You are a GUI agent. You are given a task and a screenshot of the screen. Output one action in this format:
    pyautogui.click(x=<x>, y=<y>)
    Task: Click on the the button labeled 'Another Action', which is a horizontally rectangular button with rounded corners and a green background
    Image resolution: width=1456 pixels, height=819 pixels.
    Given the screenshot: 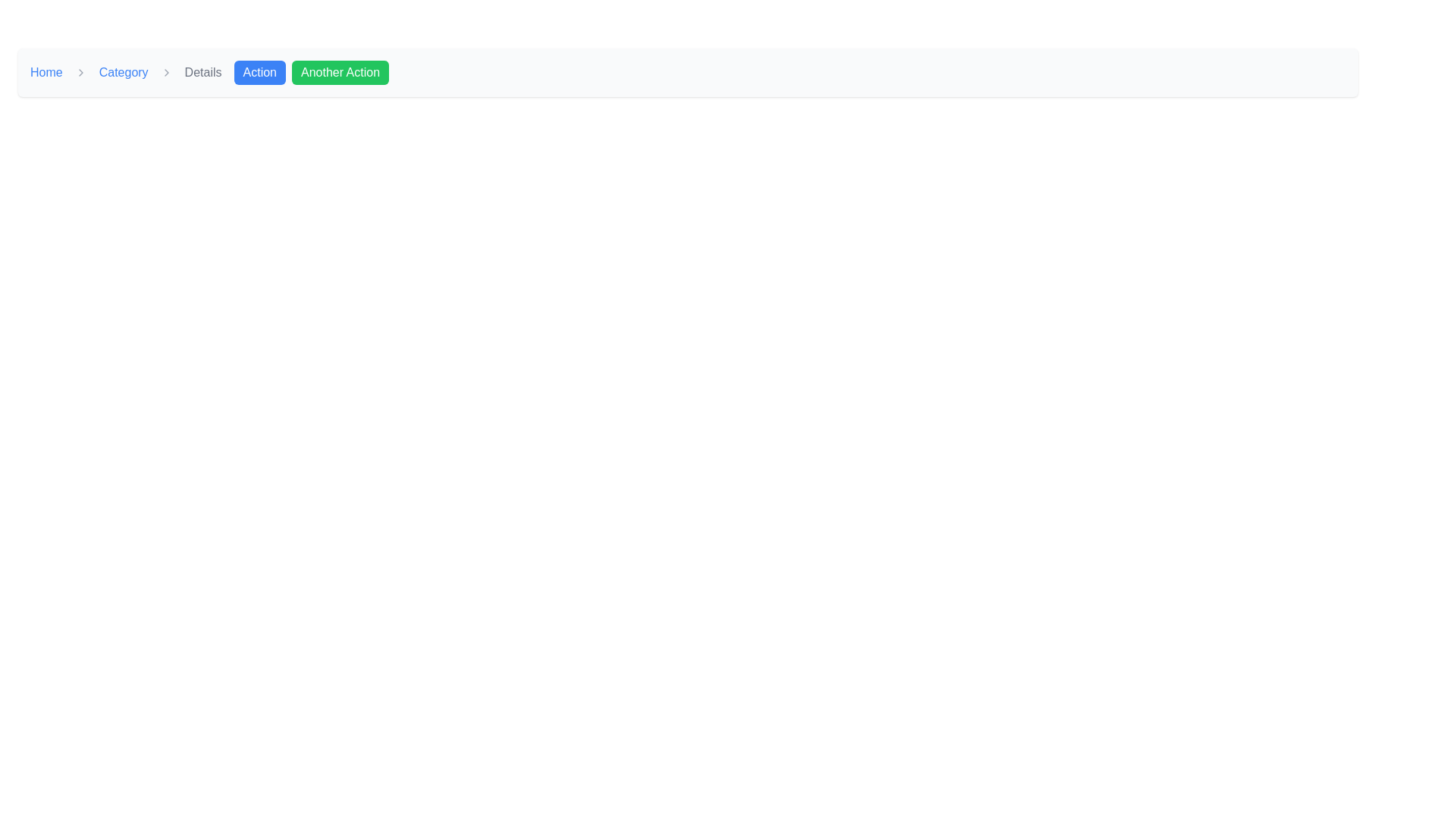 What is the action you would take?
    pyautogui.click(x=340, y=73)
    